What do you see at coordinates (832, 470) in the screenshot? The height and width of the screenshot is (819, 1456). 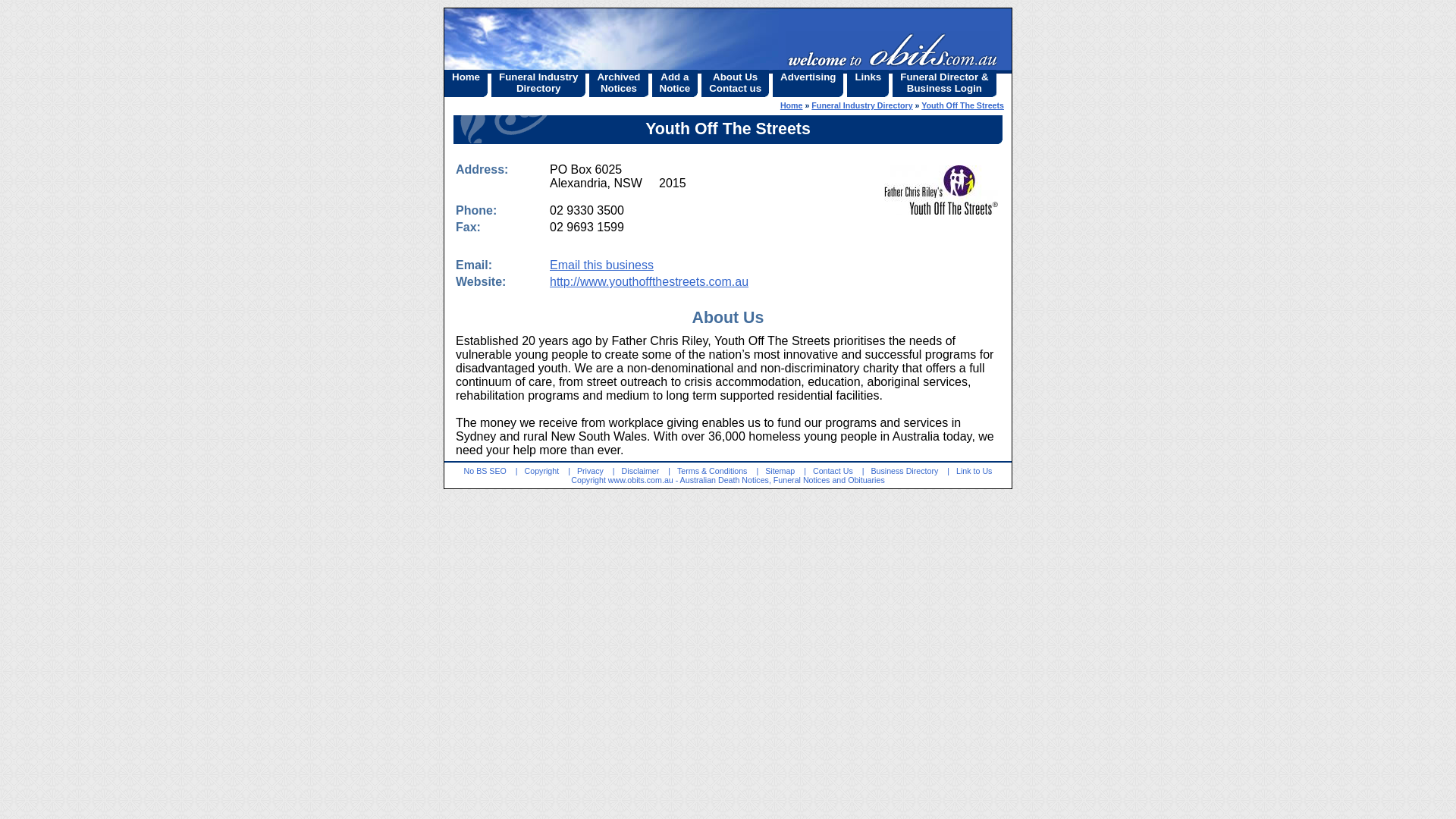 I see `'Contact Us'` at bounding box center [832, 470].